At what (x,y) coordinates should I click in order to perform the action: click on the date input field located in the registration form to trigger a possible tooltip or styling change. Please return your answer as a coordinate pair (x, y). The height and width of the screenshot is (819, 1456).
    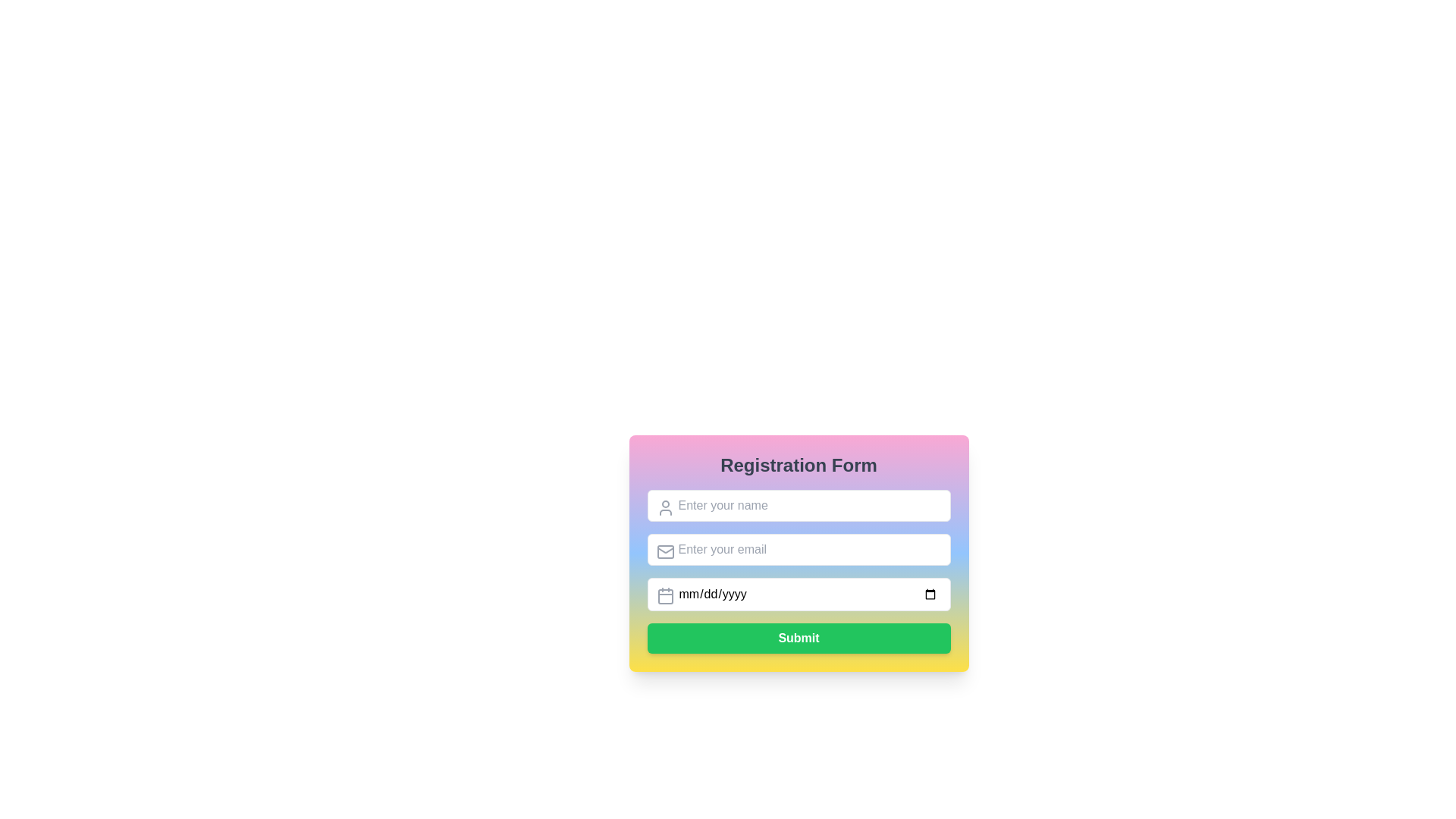
    Looking at the image, I should click on (798, 593).